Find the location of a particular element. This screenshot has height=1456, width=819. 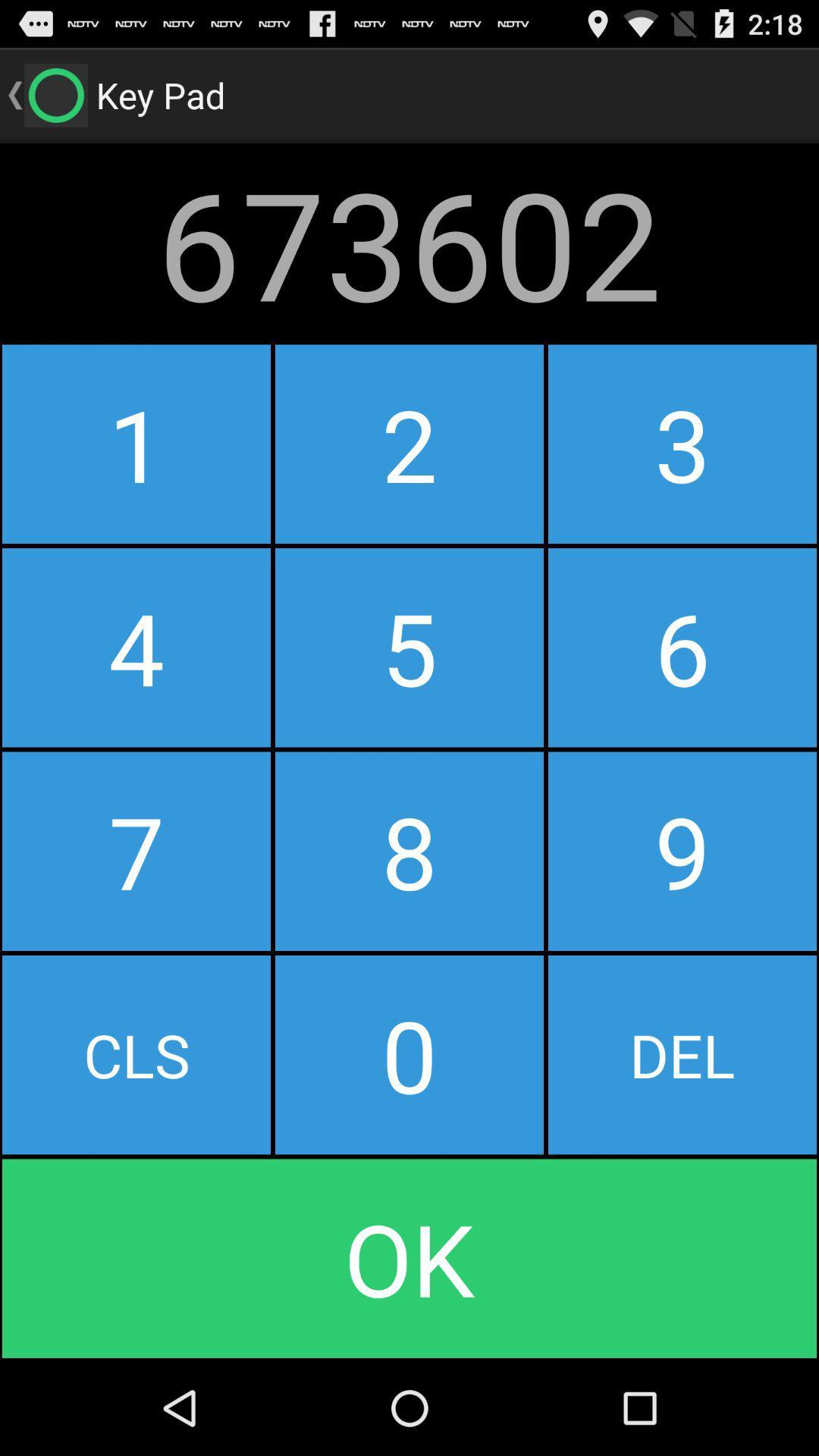

6 item is located at coordinates (681, 648).